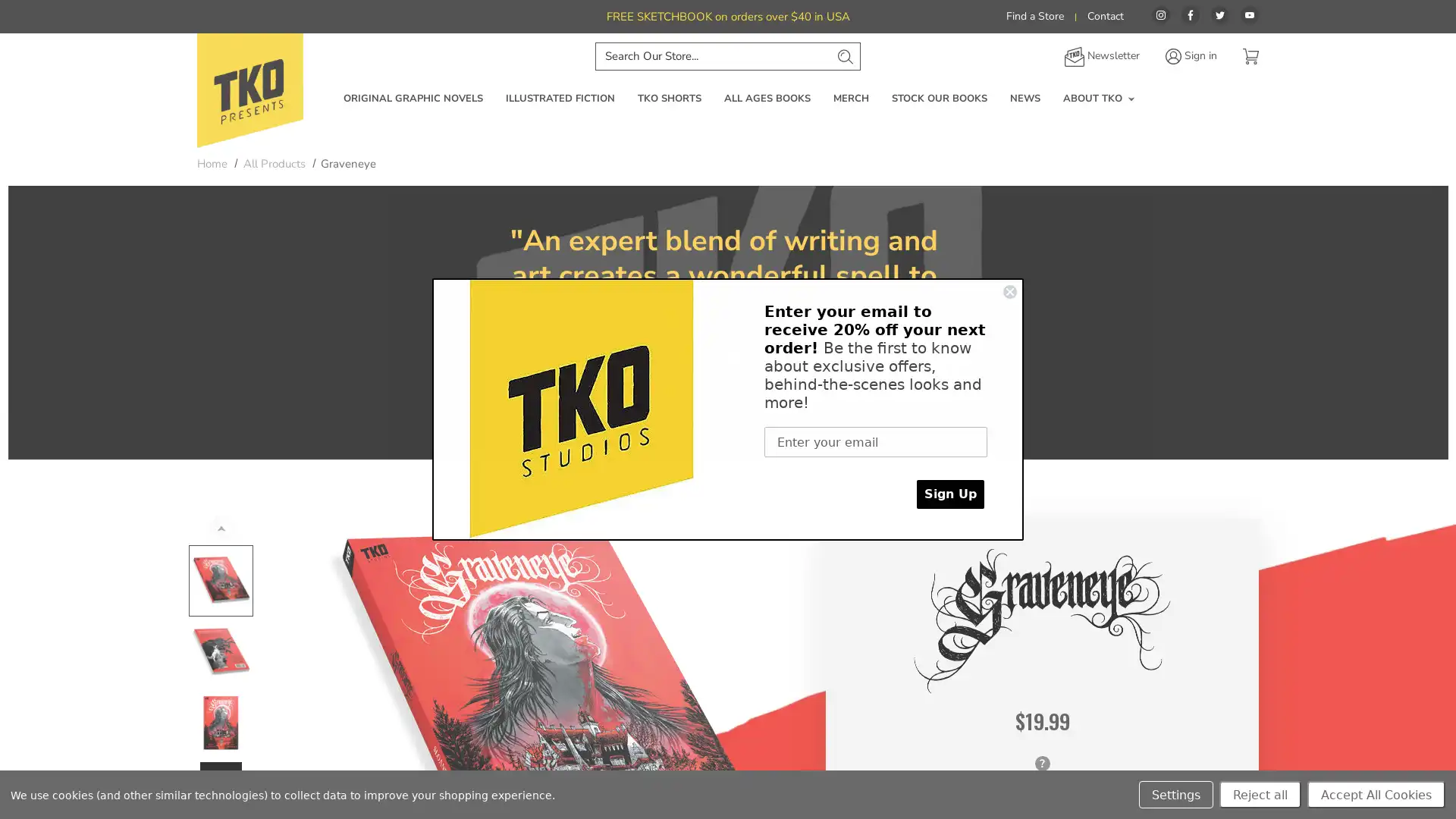 This screenshot has width=1456, height=819. Describe the element at coordinates (1175, 794) in the screenshot. I see `Settings` at that location.